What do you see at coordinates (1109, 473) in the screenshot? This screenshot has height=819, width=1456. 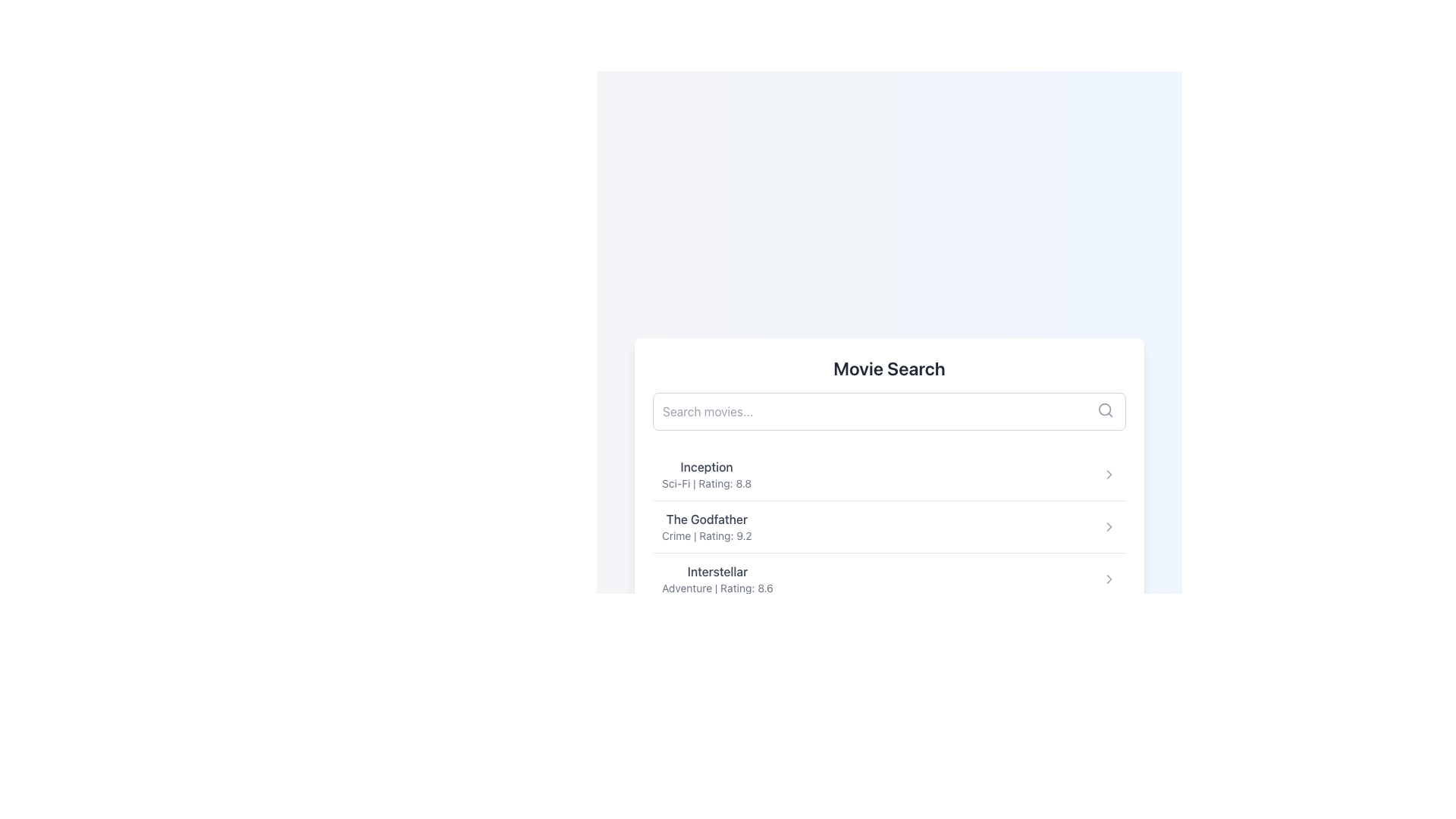 I see `the SVG arrow icon located to the far right of the list item titled 'Inception' under the 'Movie Search' heading` at bounding box center [1109, 473].